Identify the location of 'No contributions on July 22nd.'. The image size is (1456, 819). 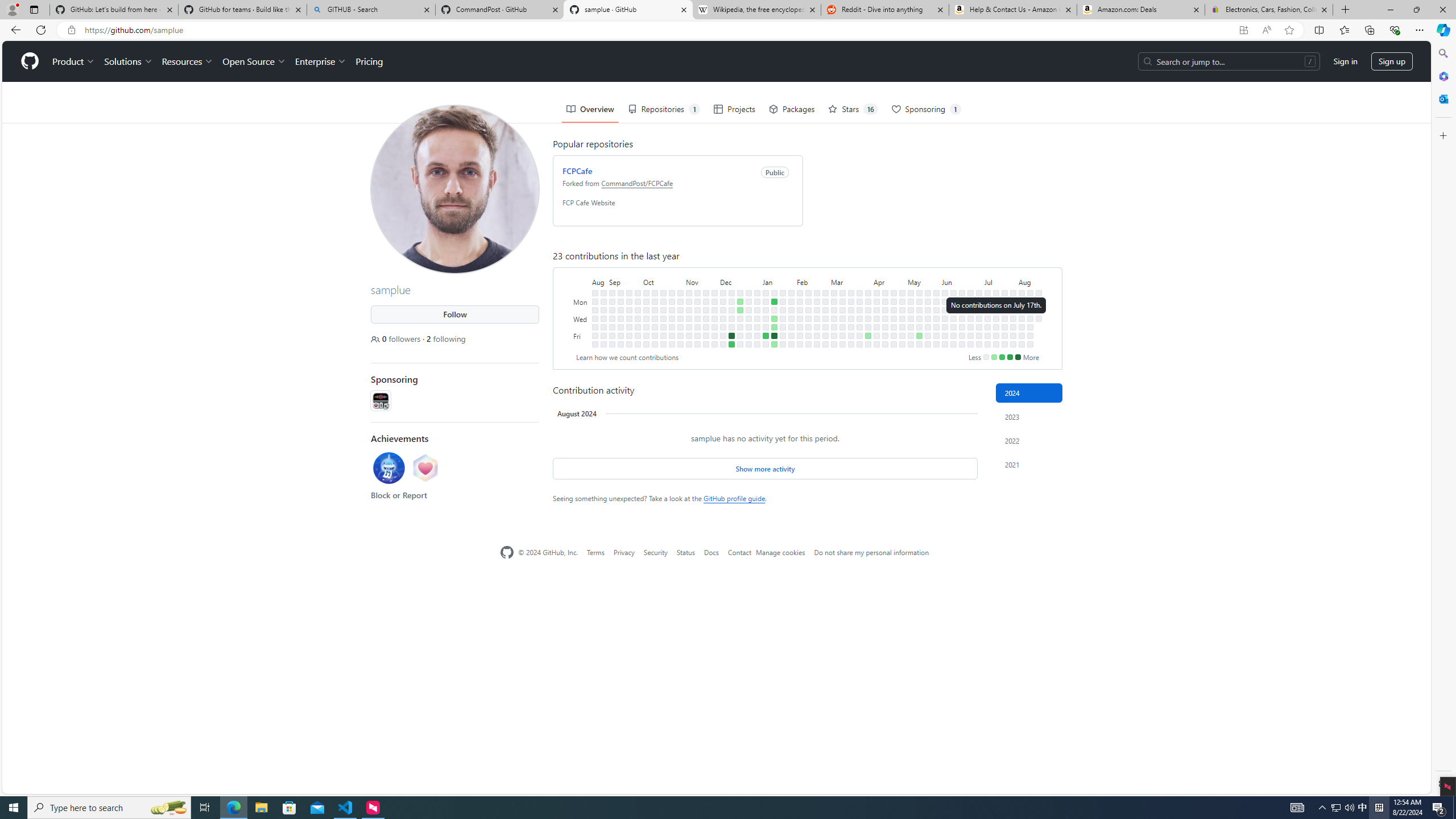
(1004, 300).